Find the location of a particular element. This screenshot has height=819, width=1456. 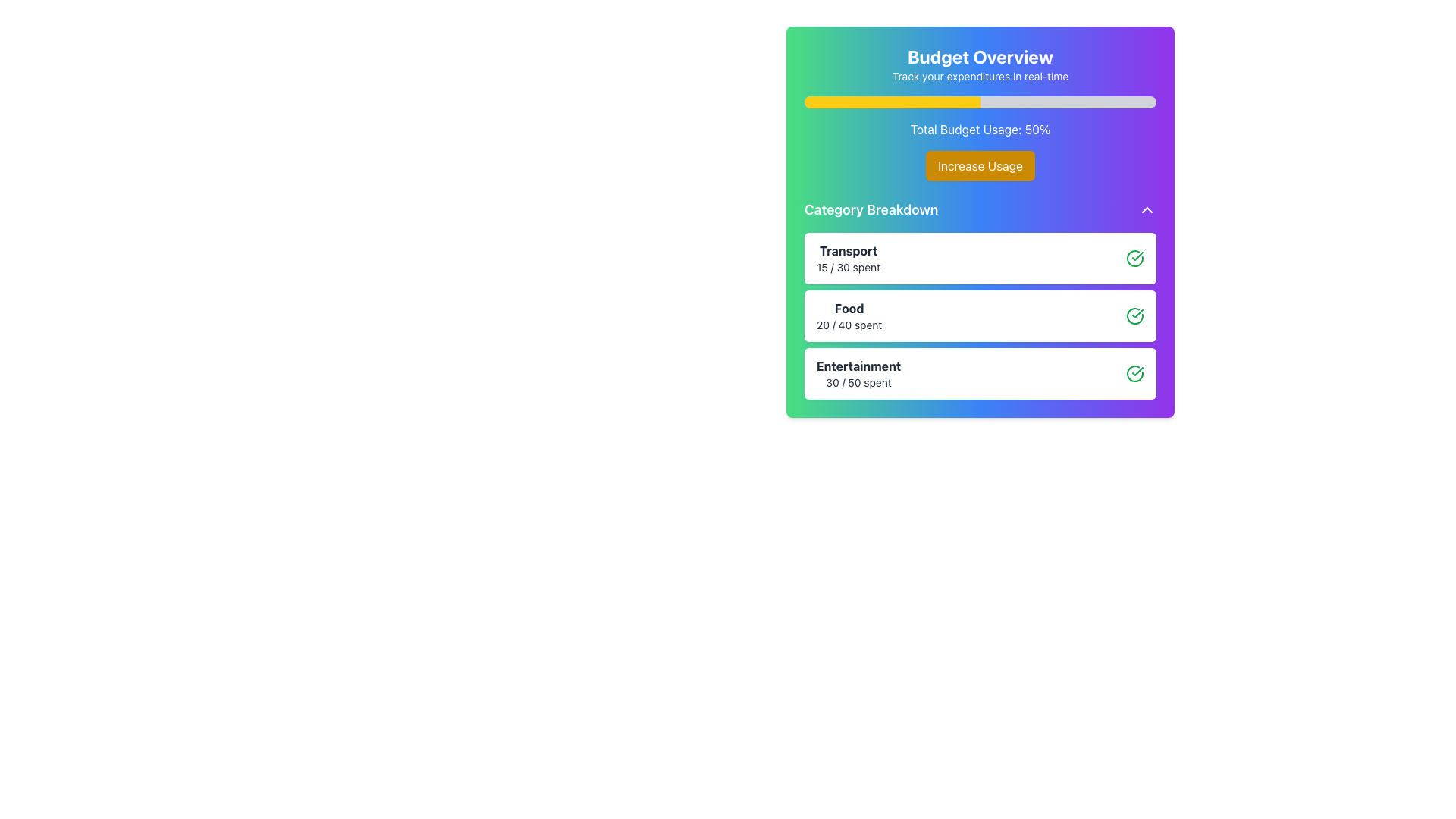

the visual indicator icon located in the lower-right corner of the 'Entertainment' category box, which confirms the status of the expenditure goal is located at coordinates (1135, 374).